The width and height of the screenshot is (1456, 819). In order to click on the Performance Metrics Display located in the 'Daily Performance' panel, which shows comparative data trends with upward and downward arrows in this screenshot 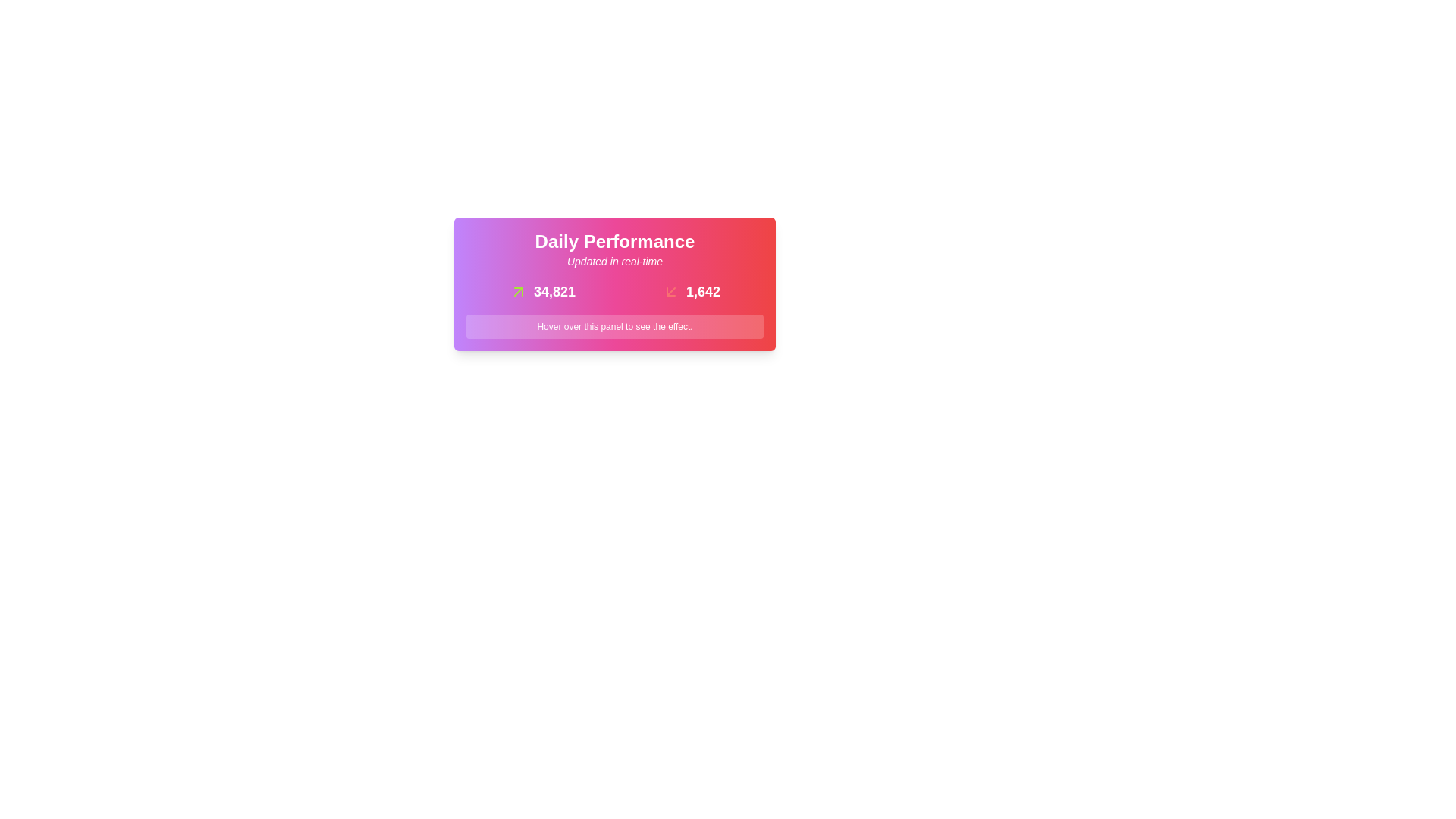, I will do `click(615, 289)`.